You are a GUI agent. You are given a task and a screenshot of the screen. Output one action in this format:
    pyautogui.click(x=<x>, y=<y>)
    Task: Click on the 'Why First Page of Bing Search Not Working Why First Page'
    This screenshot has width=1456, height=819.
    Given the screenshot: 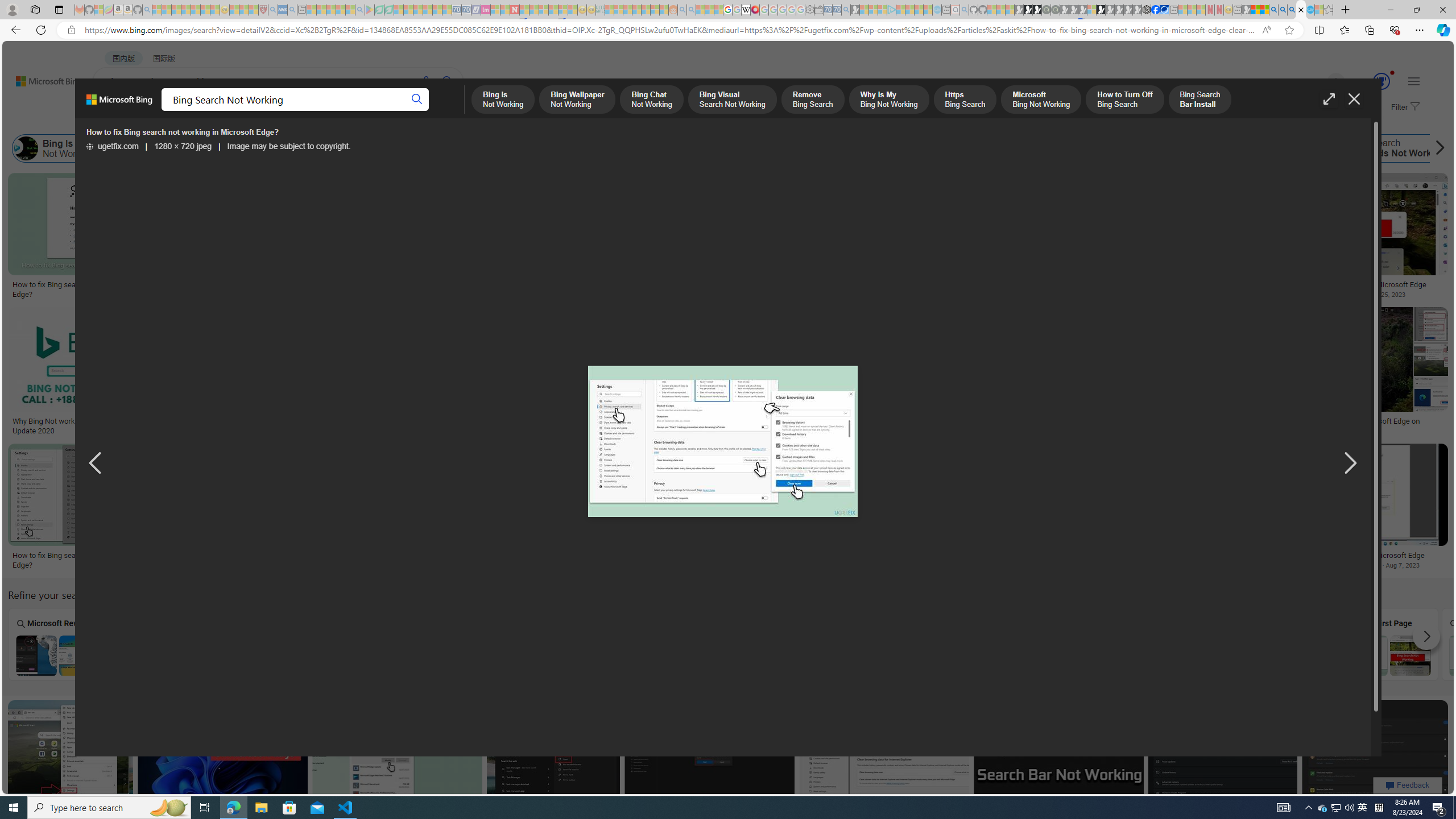 What is the action you would take?
    pyautogui.click(x=1388, y=643)
    